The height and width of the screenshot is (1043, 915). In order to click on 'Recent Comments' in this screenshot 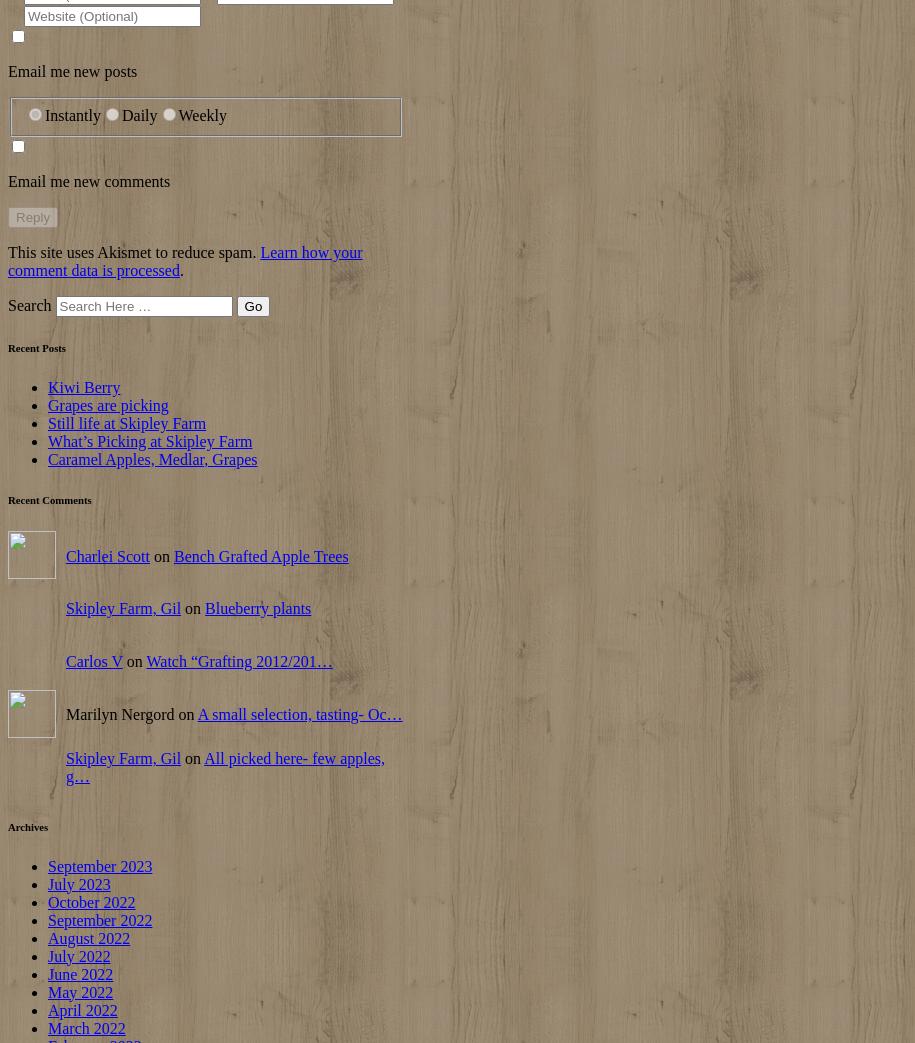, I will do `click(7, 497)`.